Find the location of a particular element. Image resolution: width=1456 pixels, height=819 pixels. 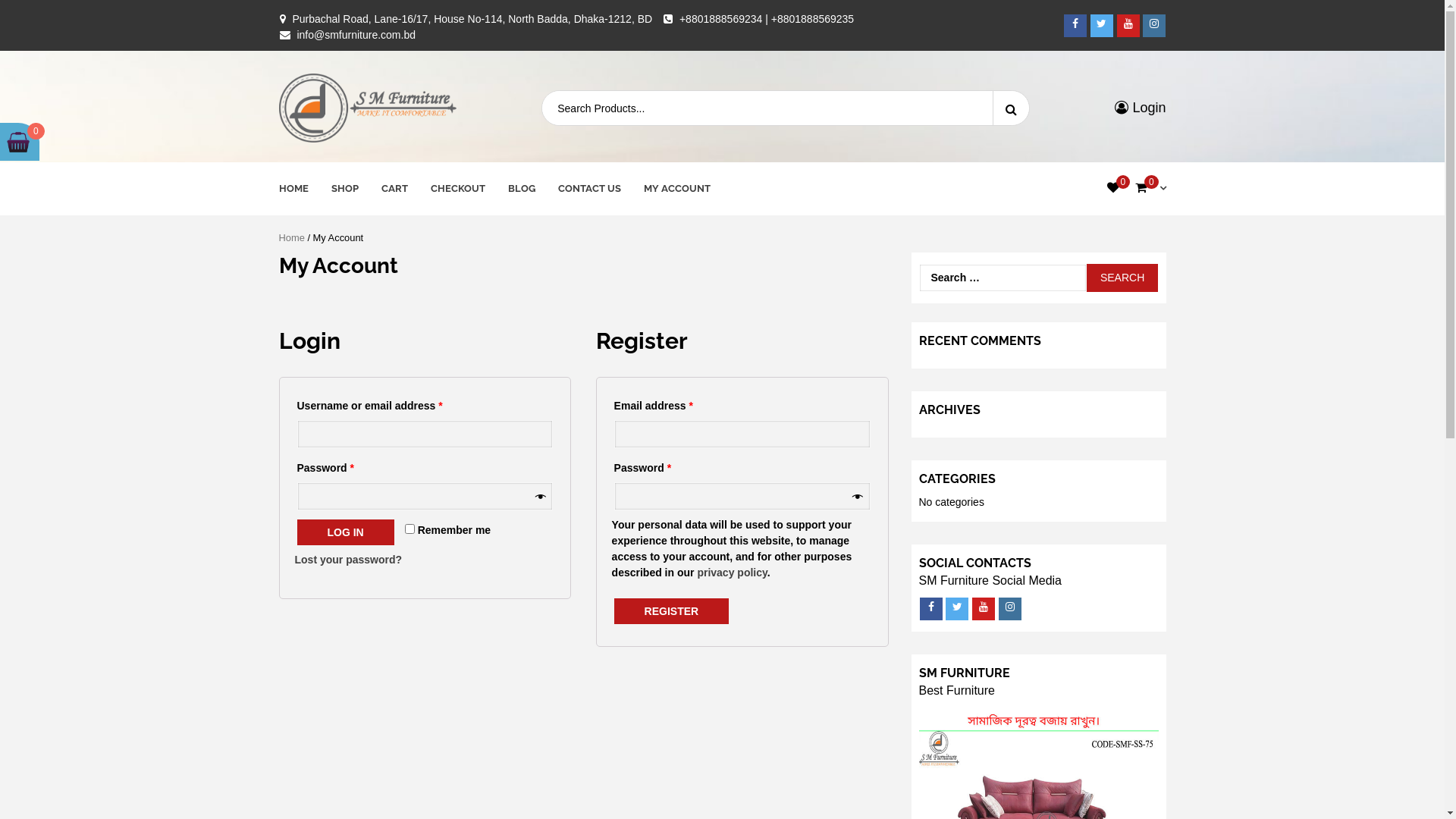

'SHOP' is located at coordinates (344, 188).